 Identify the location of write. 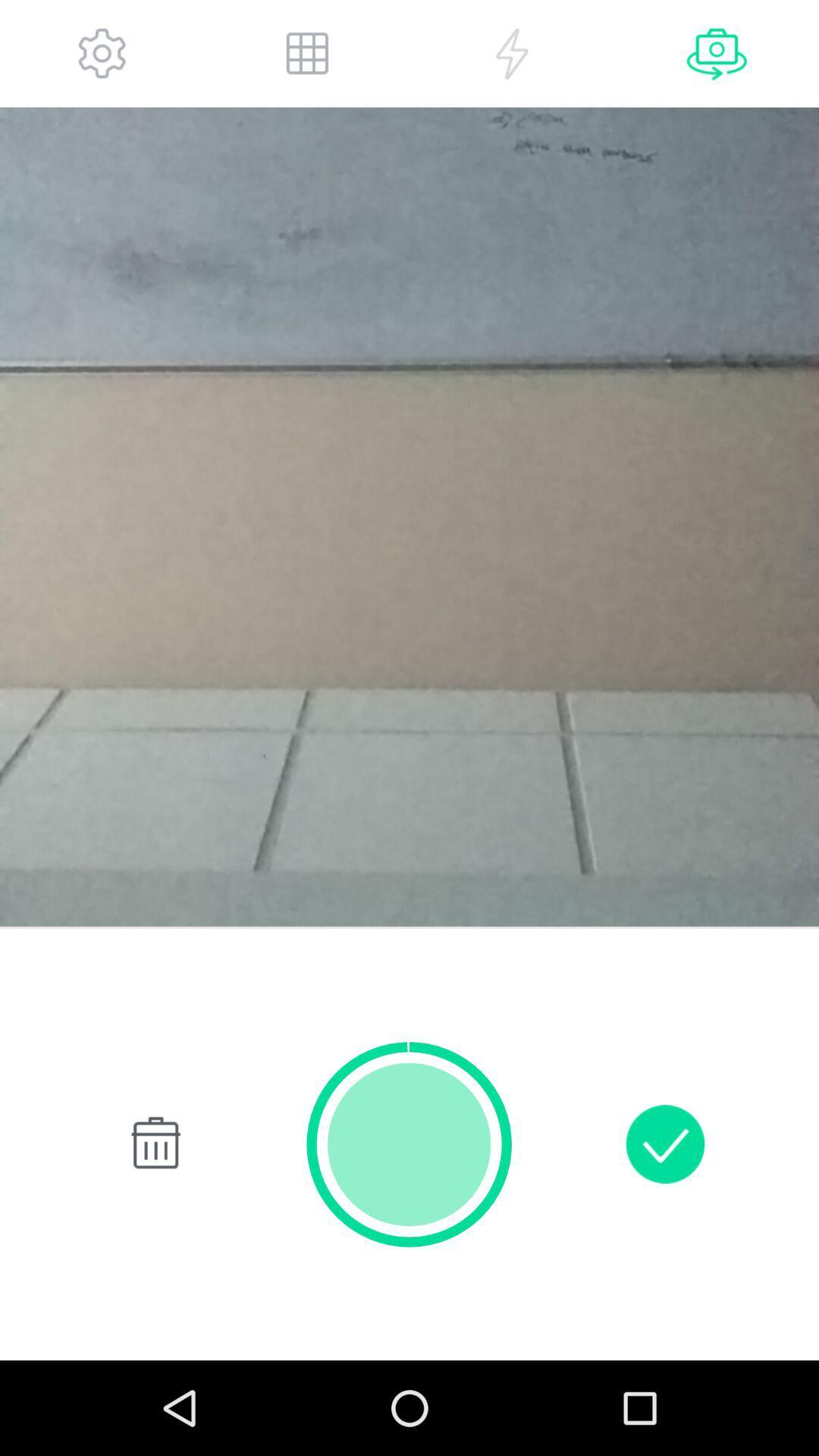
(664, 1144).